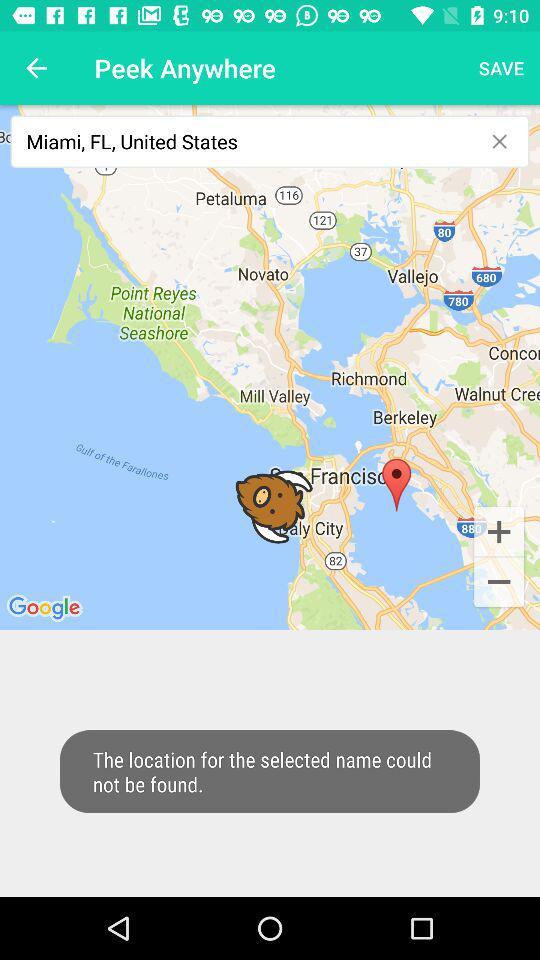 This screenshot has width=540, height=960. I want to click on the minus icon, so click(498, 583).